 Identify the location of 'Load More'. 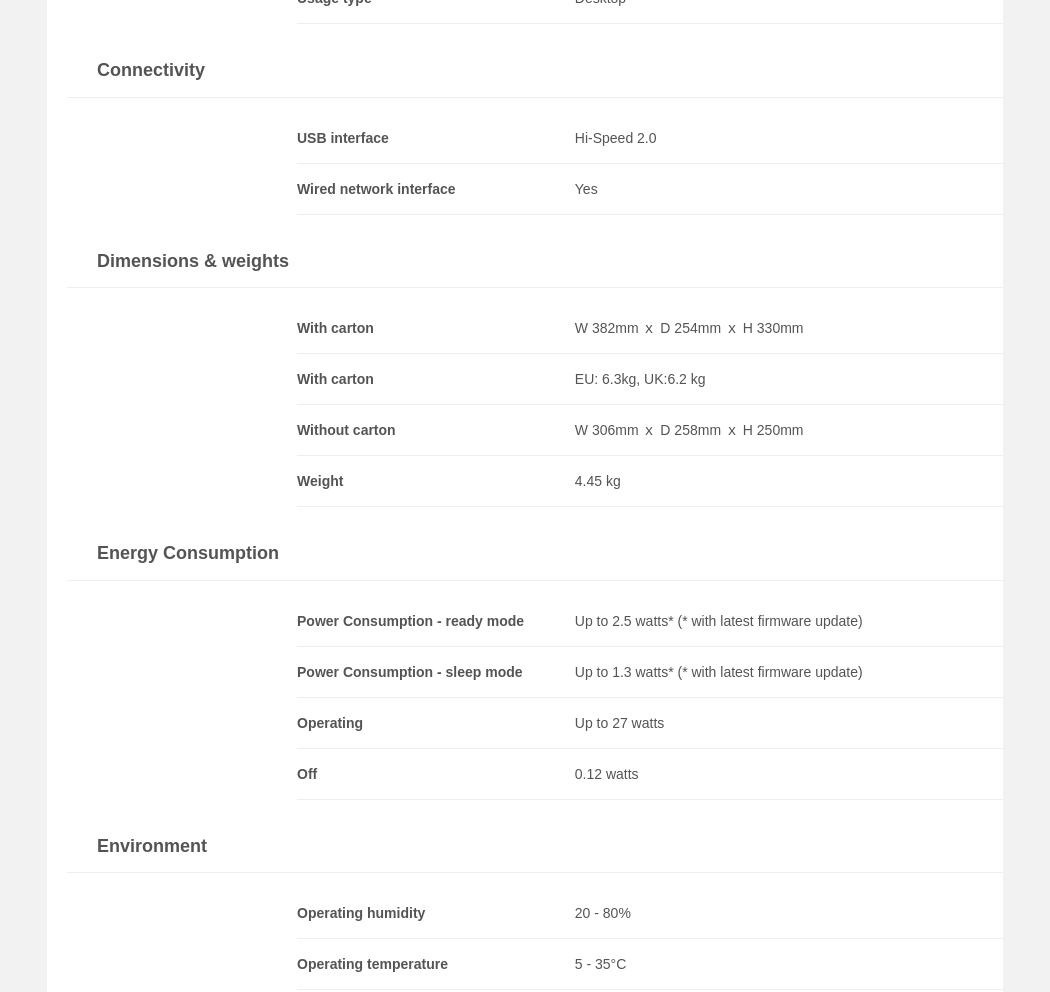
(488, 722).